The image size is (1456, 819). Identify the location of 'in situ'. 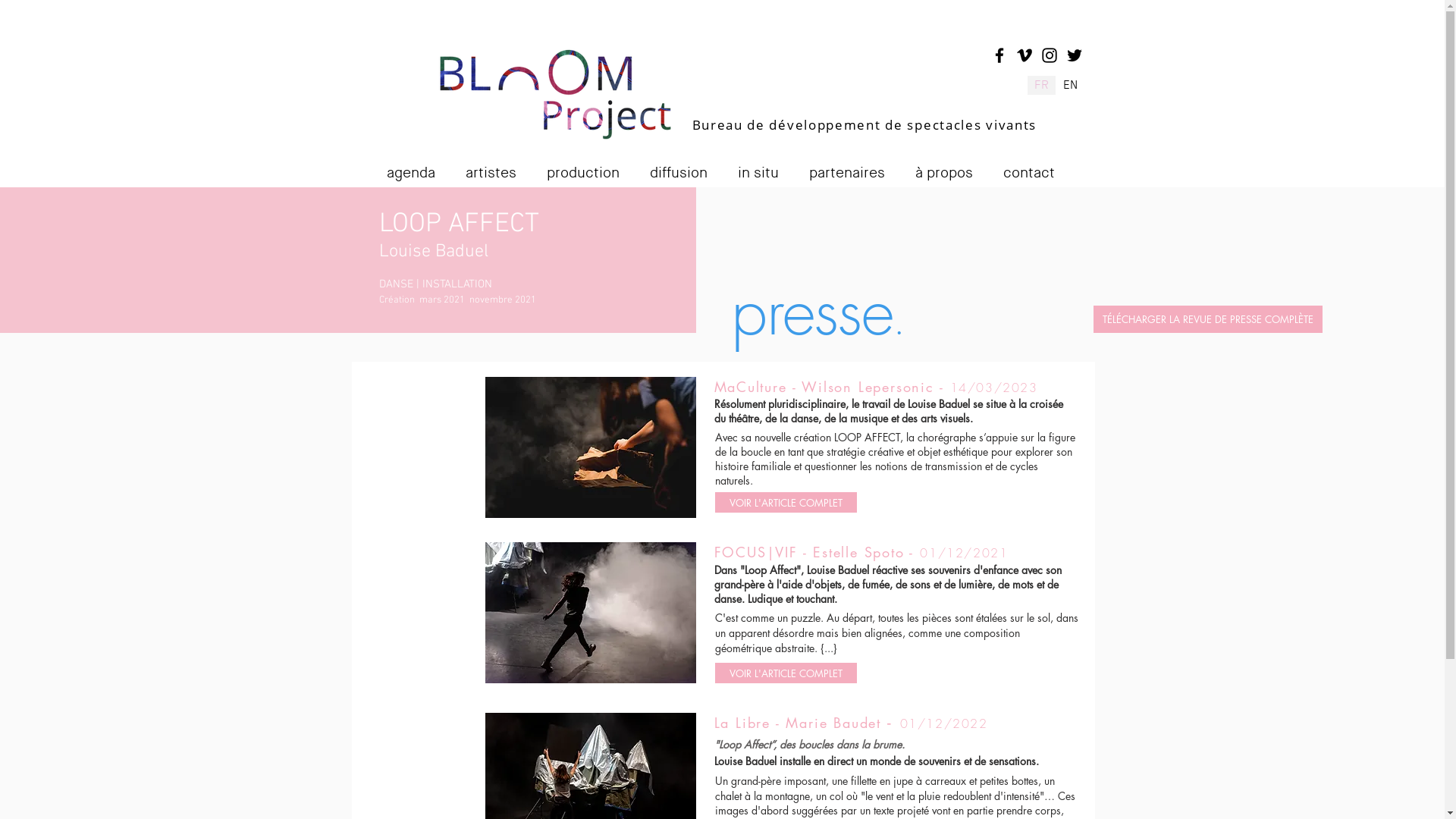
(767, 166).